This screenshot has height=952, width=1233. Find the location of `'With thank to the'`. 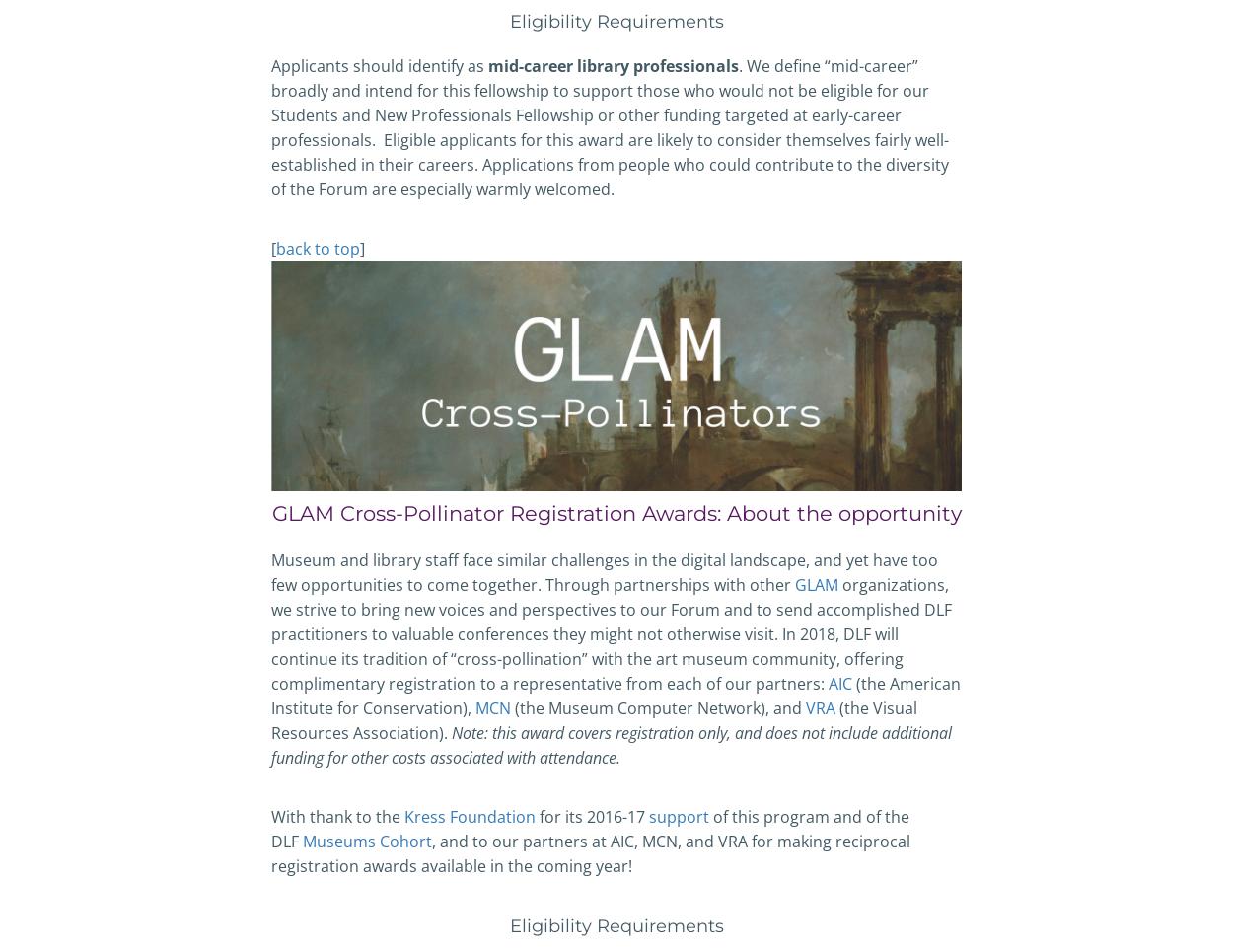

'With thank to the' is located at coordinates (336, 815).